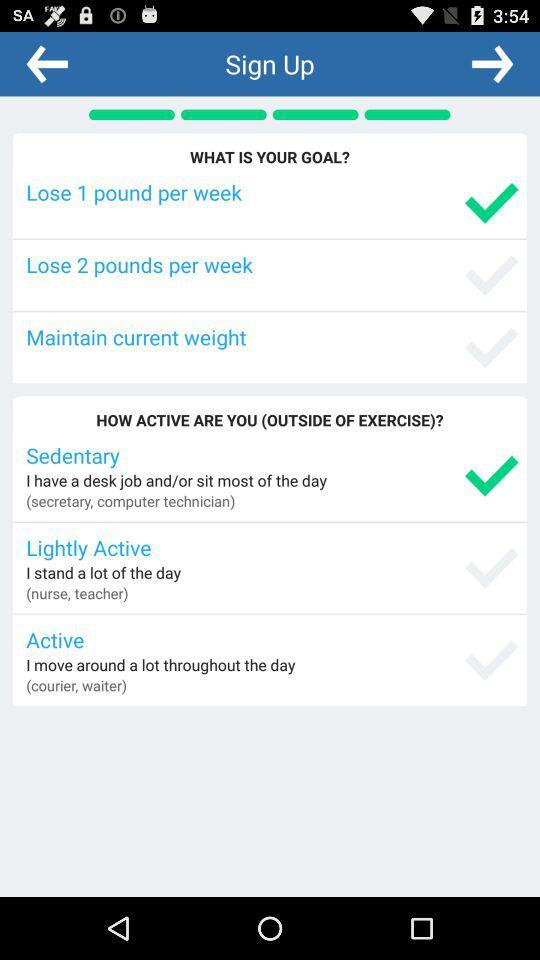 The height and width of the screenshot is (960, 540). What do you see at coordinates (159, 664) in the screenshot?
I see `the app below the active icon` at bounding box center [159, 664].